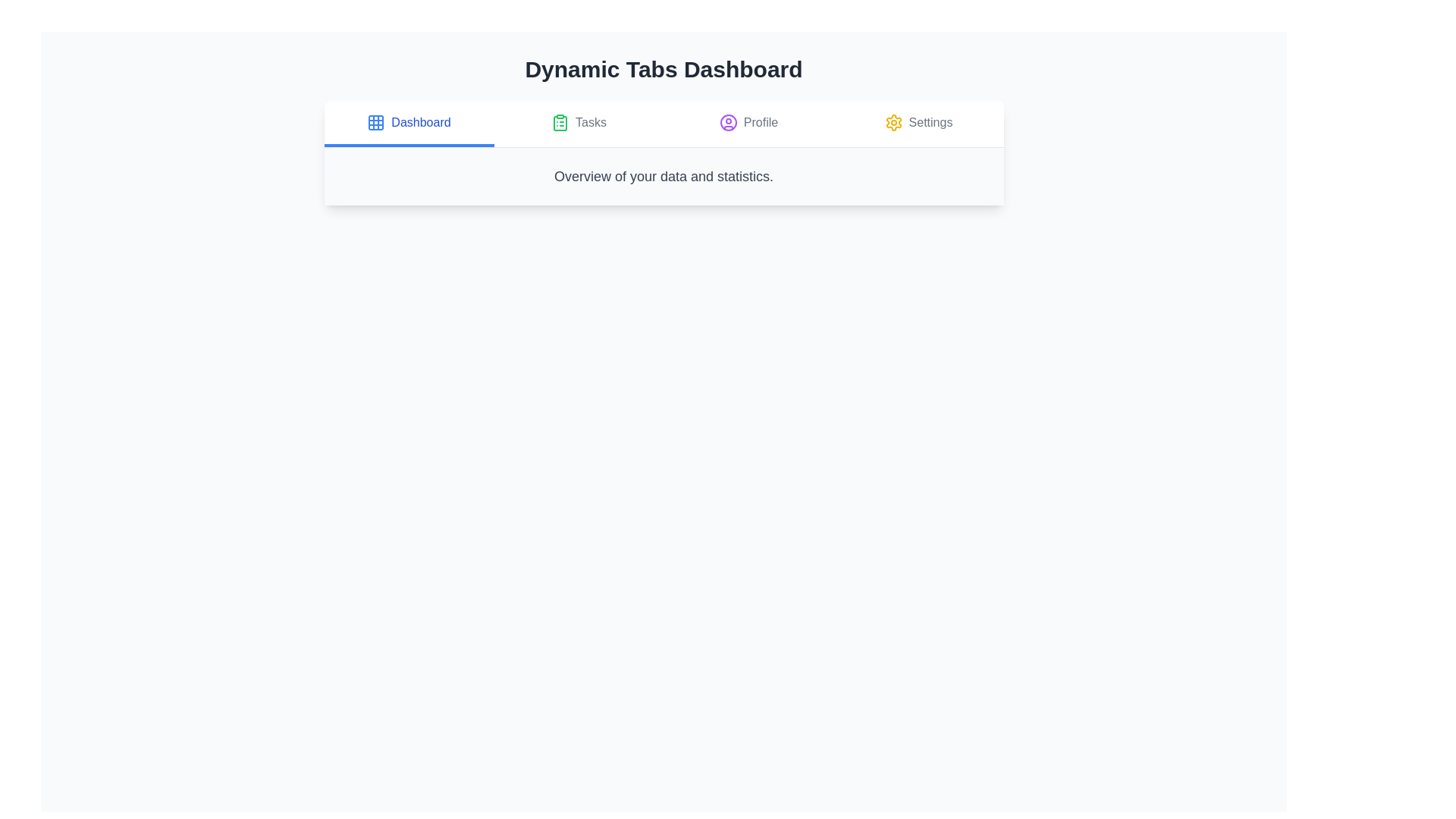 This screenshot has height=819, width=1456. I want to click on the dashboard tab, which is the first item in the horizontal tab menu located at the upper central area of the page, so click(421, 122).